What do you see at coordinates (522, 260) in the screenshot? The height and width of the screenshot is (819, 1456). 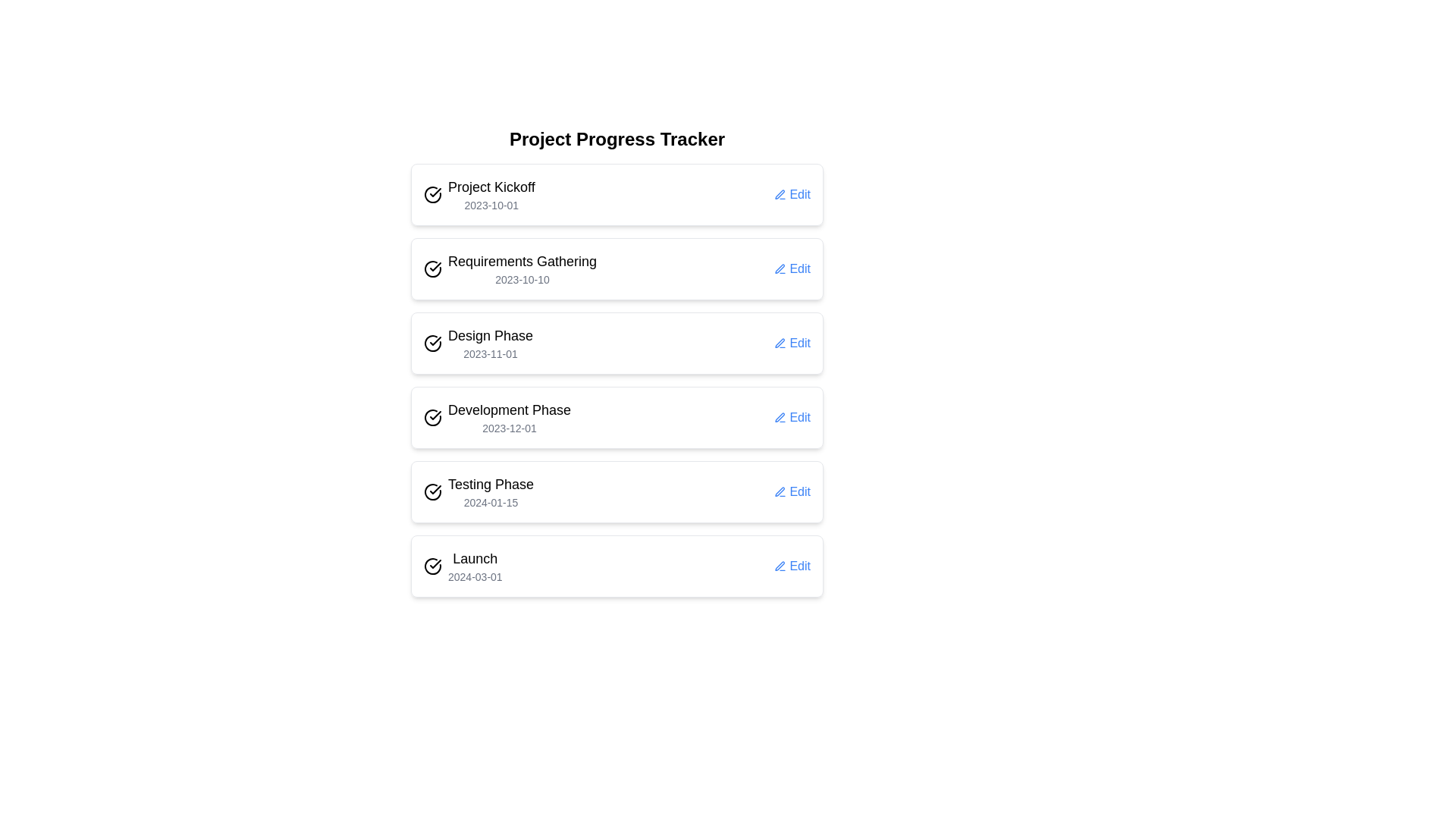 I see `the informational text label indicating the 'Requirements Gathering' phase in the Project Progress Tracker, located above the date indicator '2023-10-10'` at bounding box center [522, 260].